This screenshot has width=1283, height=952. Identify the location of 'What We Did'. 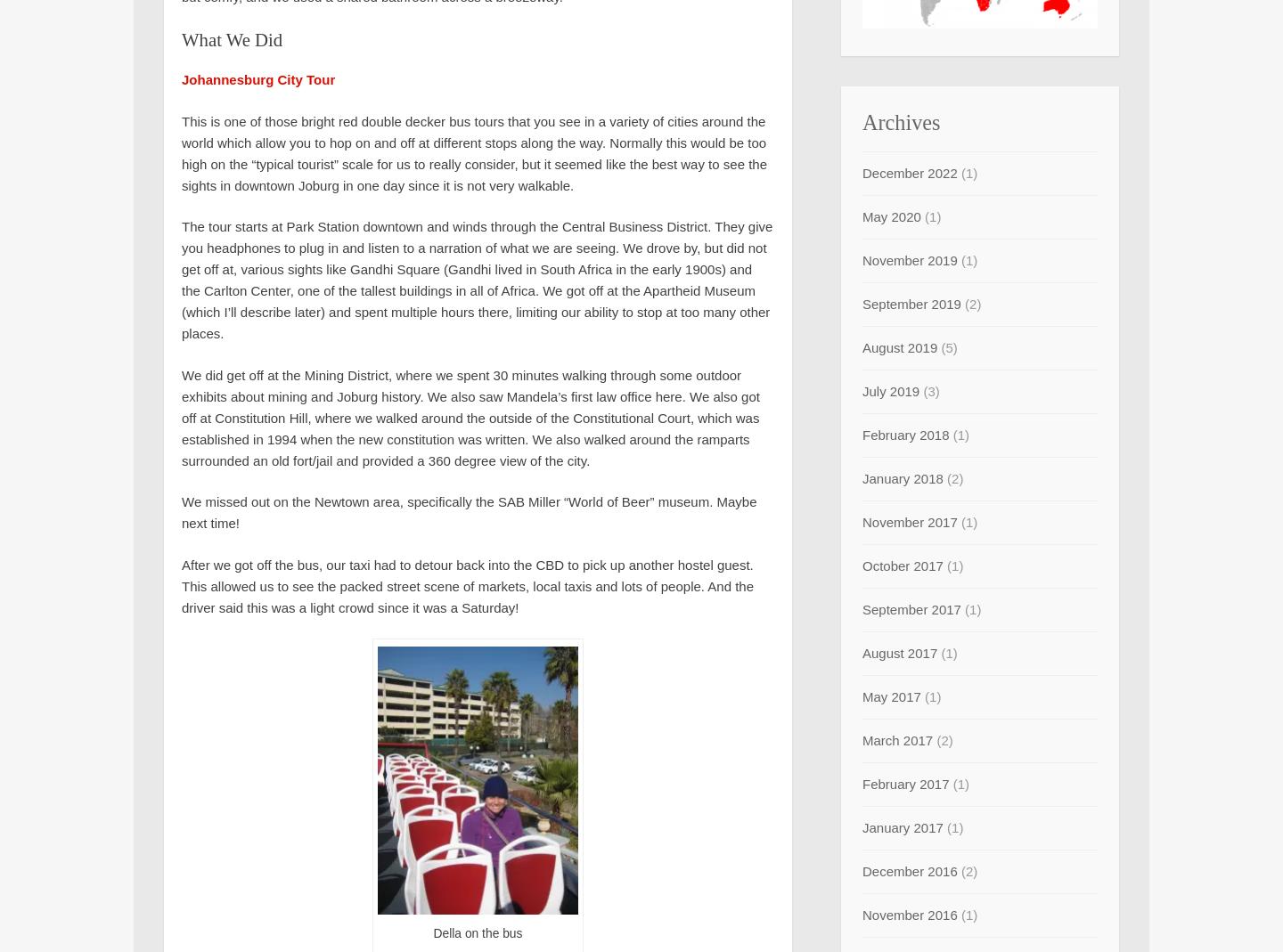
(231, 39).